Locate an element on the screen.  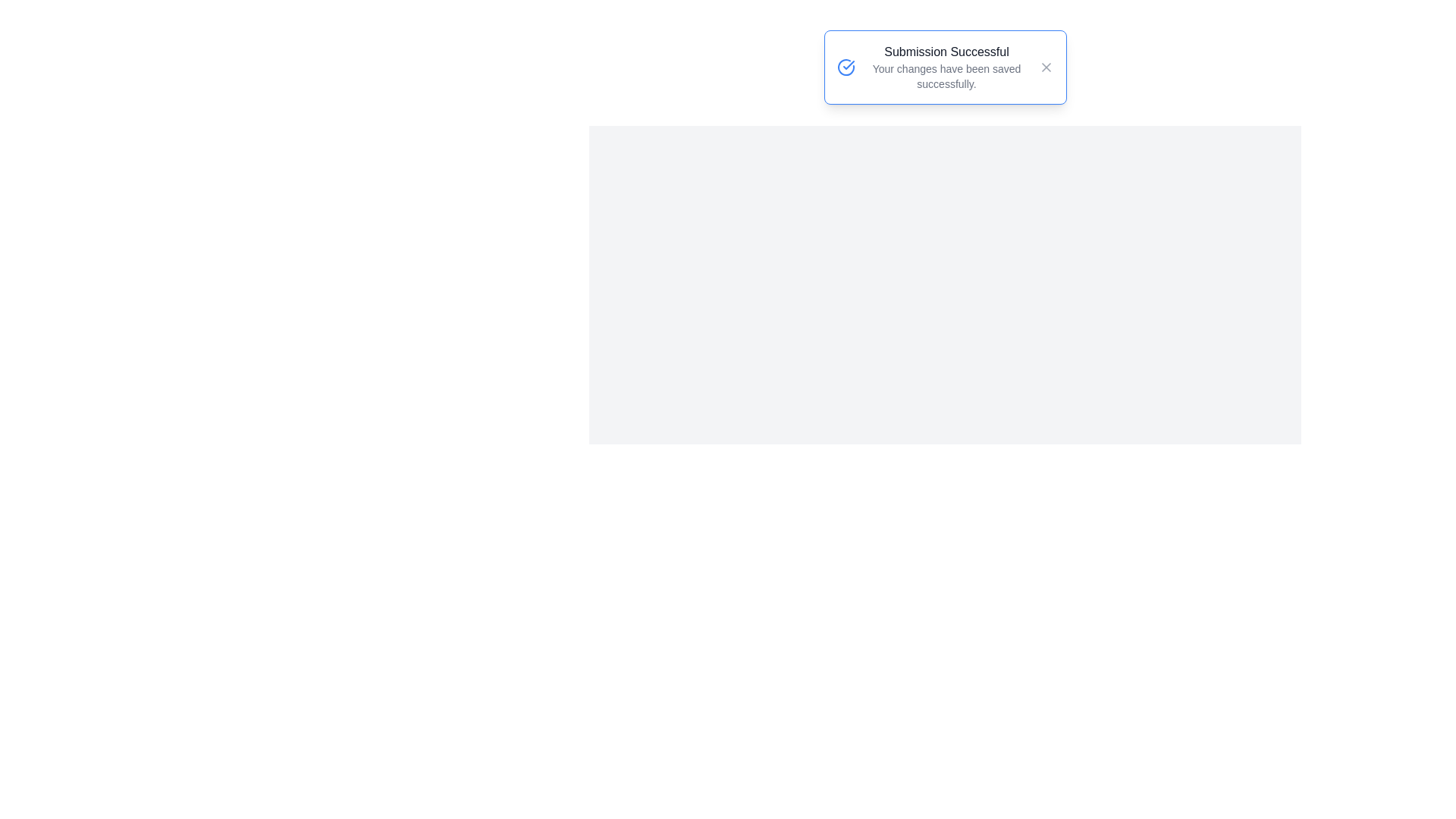
the close button to dismiss the notification is located at coordinates (1045, 66).